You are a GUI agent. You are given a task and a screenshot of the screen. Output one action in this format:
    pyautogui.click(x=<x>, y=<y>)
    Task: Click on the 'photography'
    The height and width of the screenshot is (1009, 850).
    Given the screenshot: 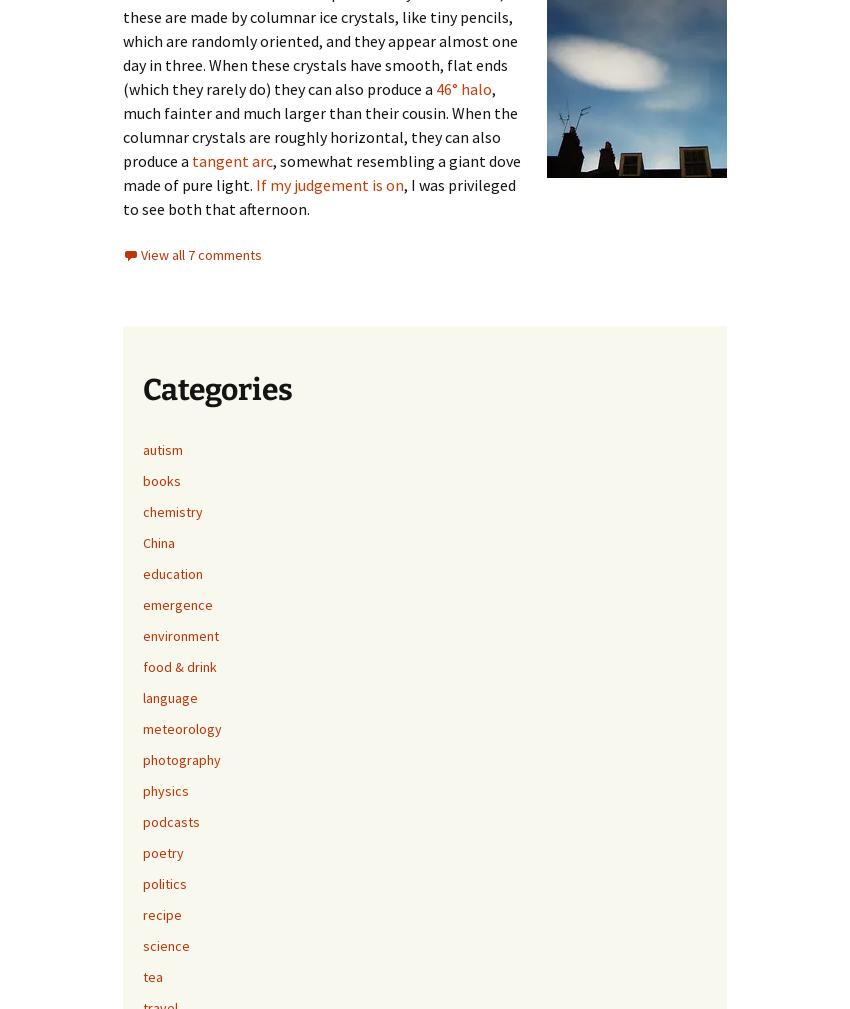 What is the action you would take?
    pyautogui.click(x=180, y=758)
    